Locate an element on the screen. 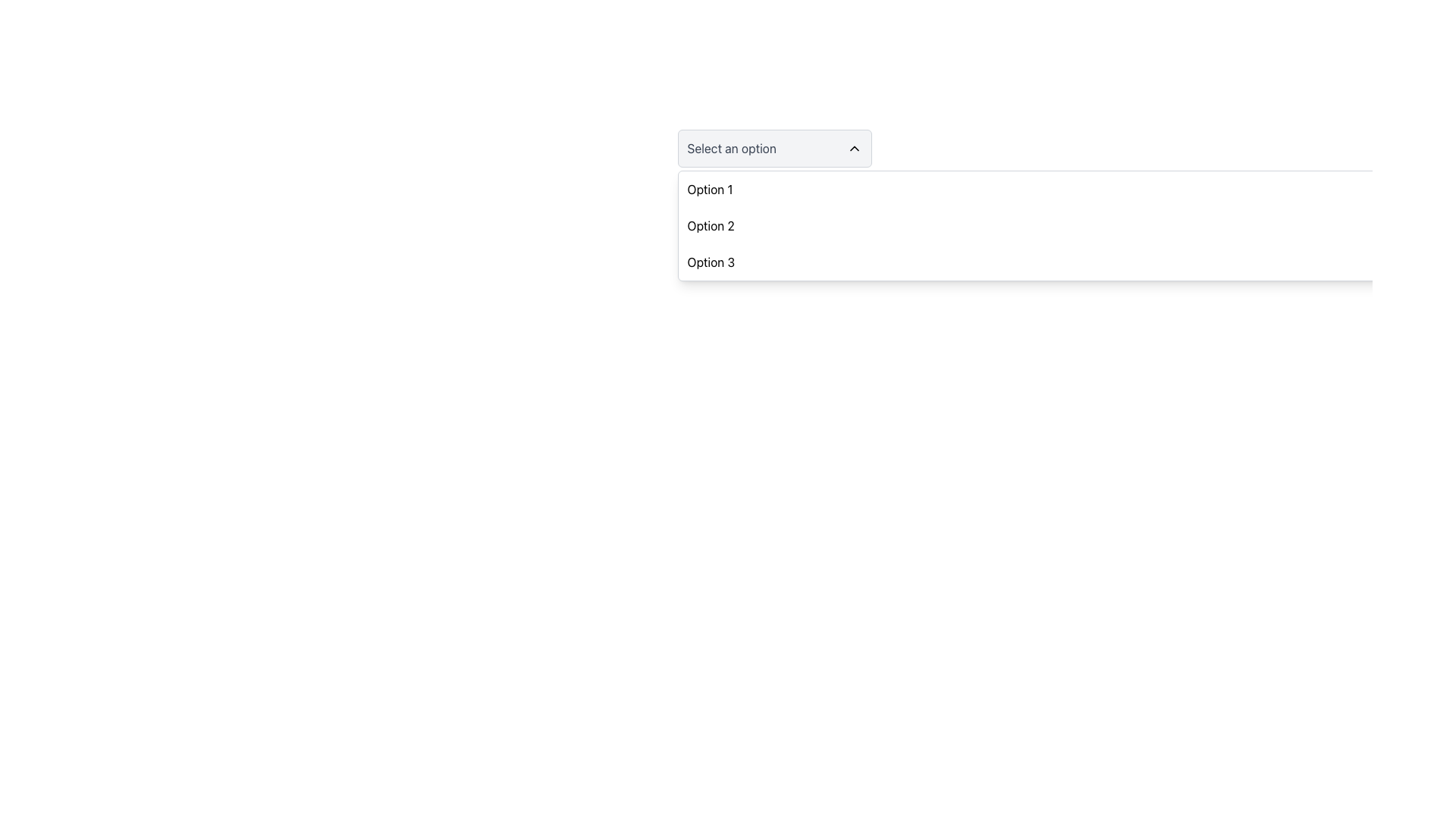  the static text label that displays 'Select an option' within the dropdown menu interface is located at coordinates (732, 149).